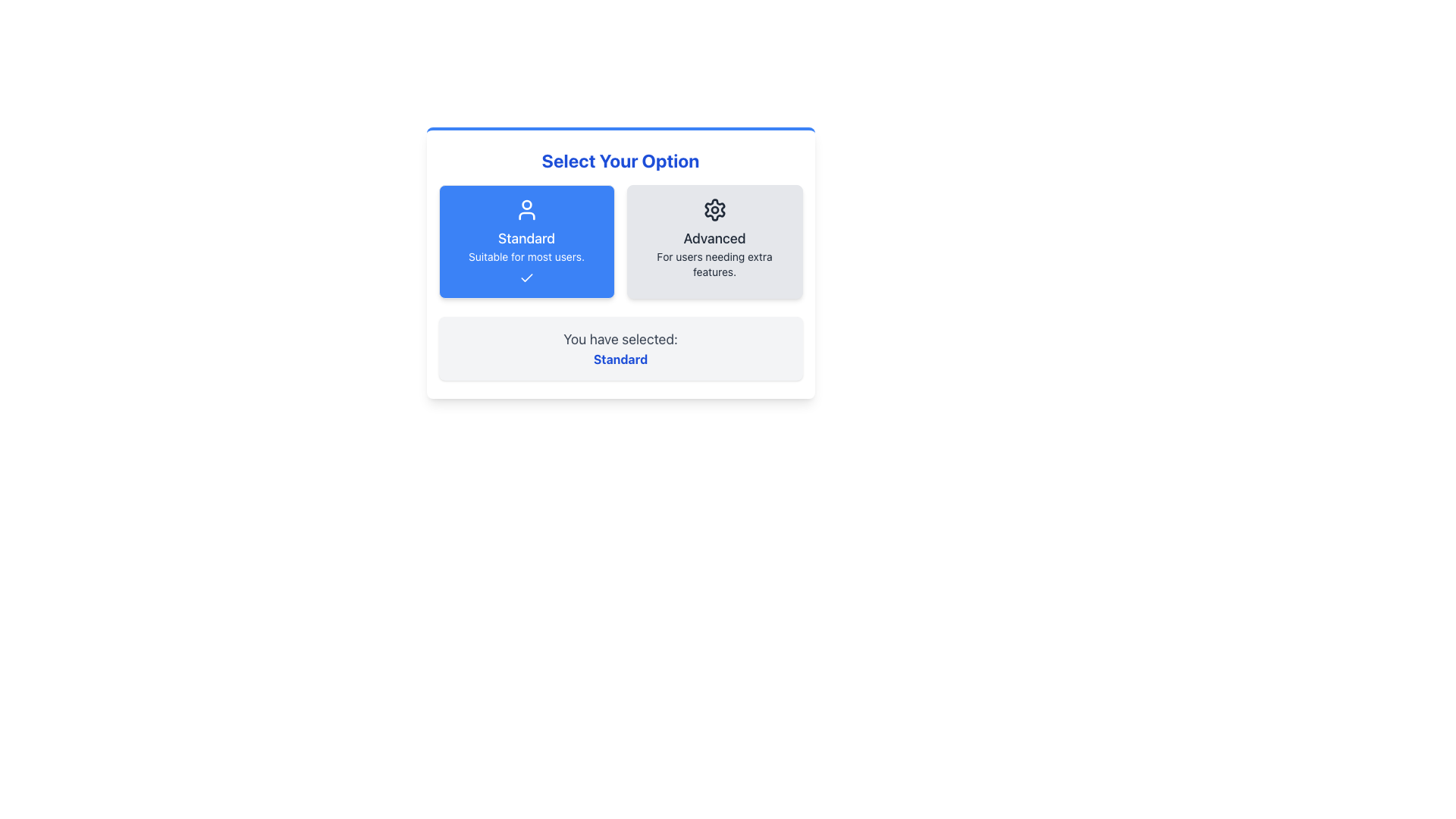 This screenshot has width=1456, height=819. Describe the element at coordinates (620, 241) in the screenshot. I see `the Standard option in the Interactive selection group located below the 'Select Your Option' title` at that location.